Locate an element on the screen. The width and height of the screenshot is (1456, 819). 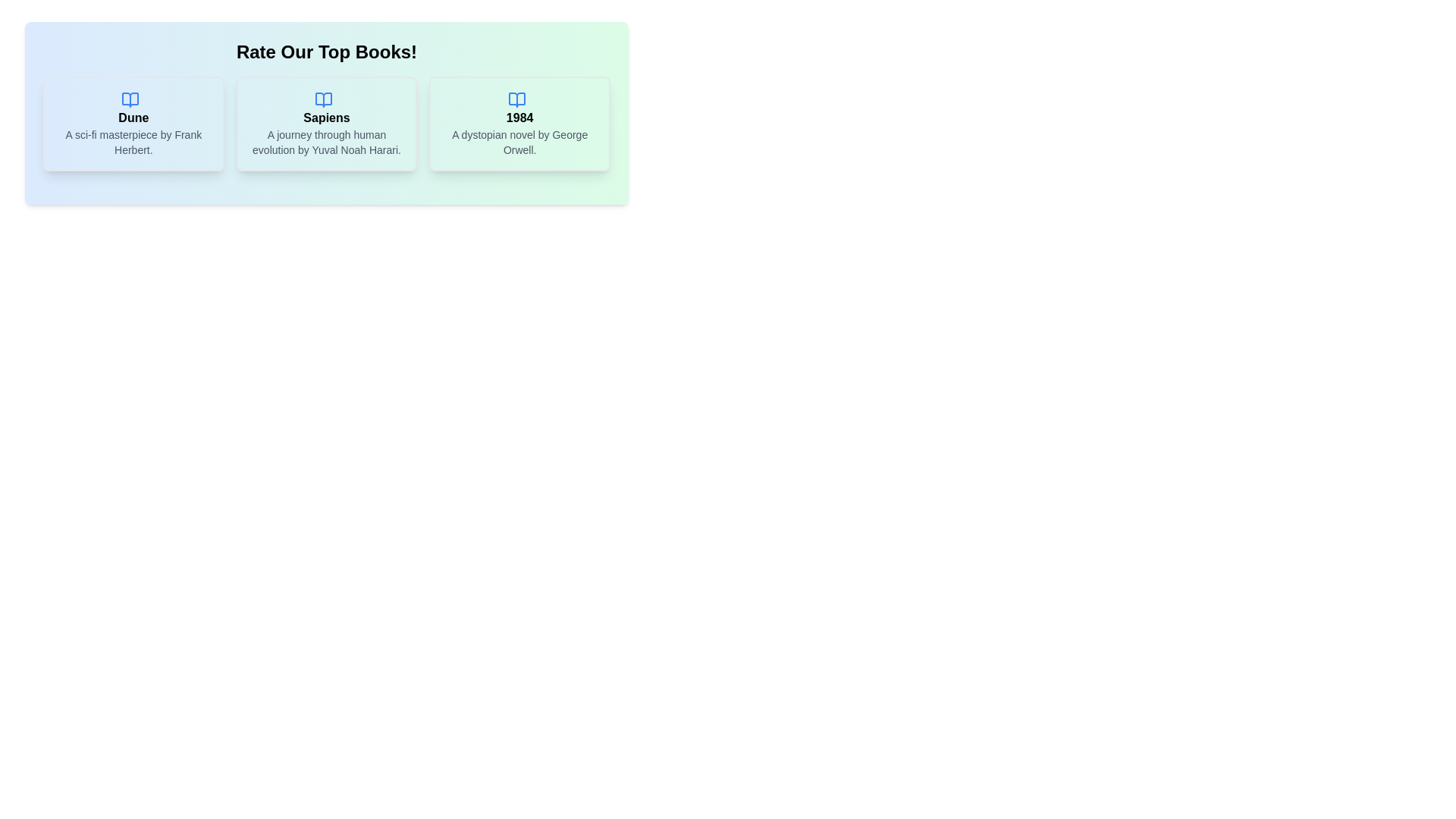
the text label that serves as the title of the book, located in the central card of a three-card layout, positioned below a blue book icon is located at coordinates (326, 117).